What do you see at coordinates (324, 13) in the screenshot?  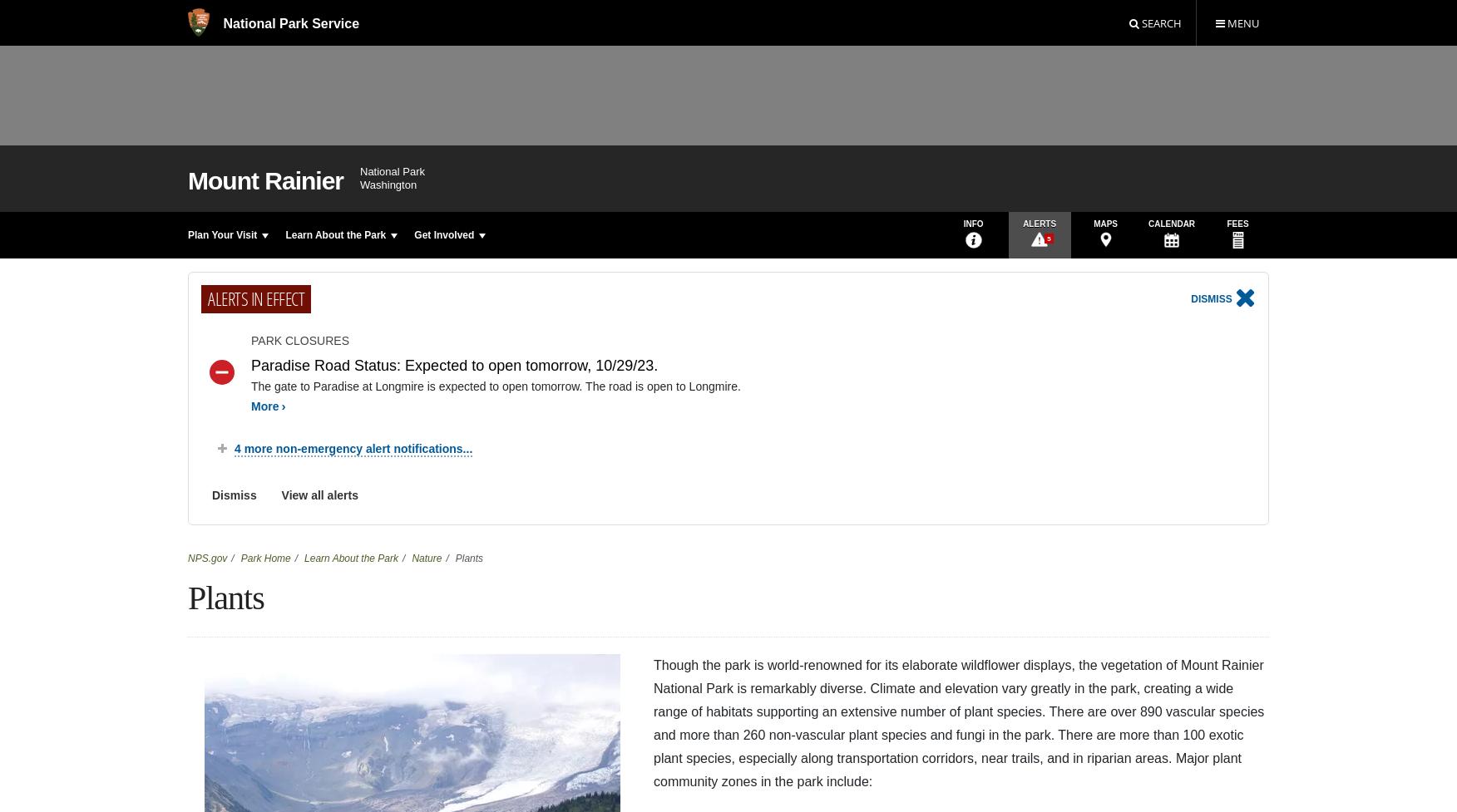 I see `':'` at bounding box center [324, 13].